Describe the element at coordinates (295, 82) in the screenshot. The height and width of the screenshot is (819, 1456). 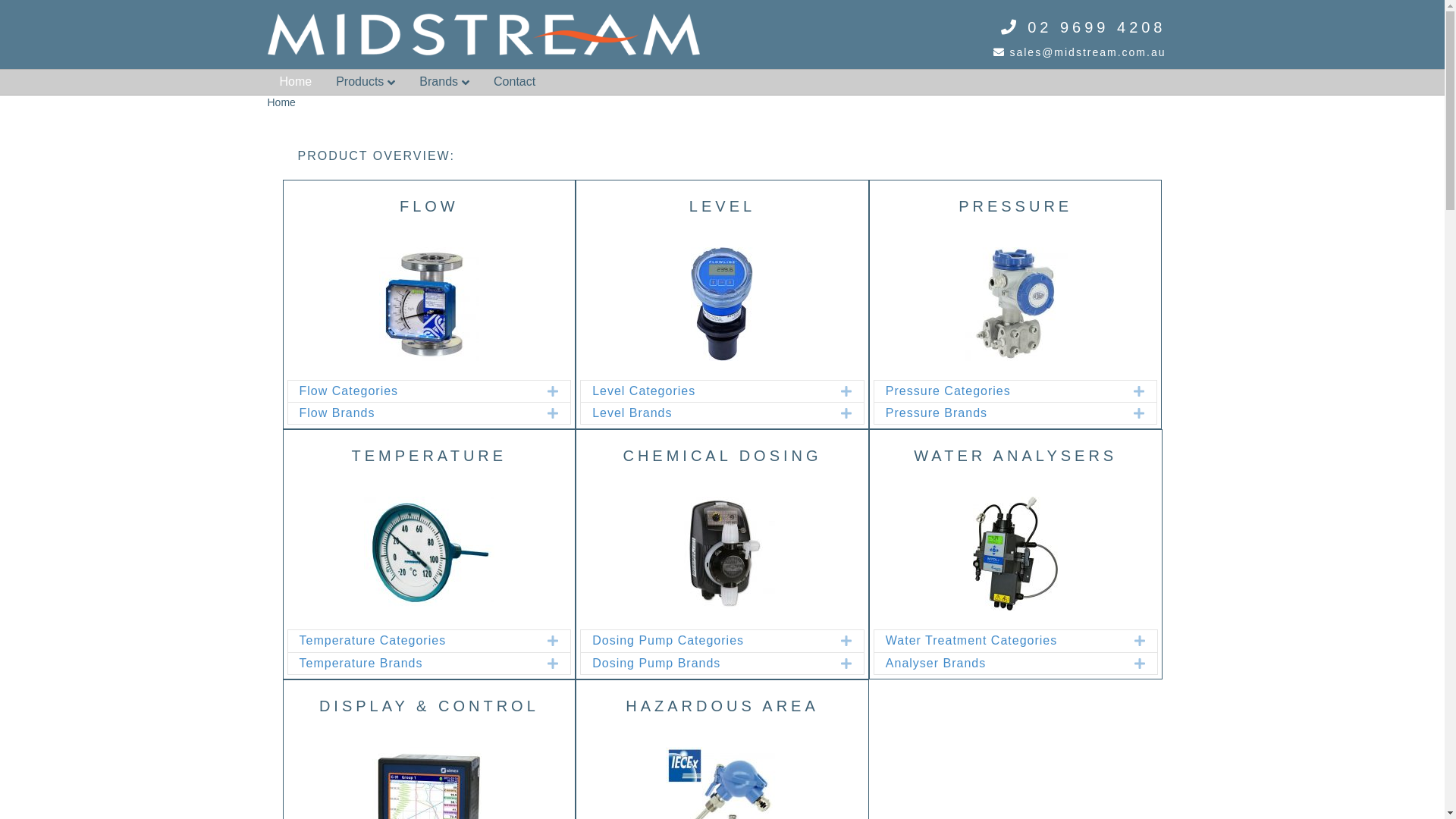
I see `'Home'` at that location.